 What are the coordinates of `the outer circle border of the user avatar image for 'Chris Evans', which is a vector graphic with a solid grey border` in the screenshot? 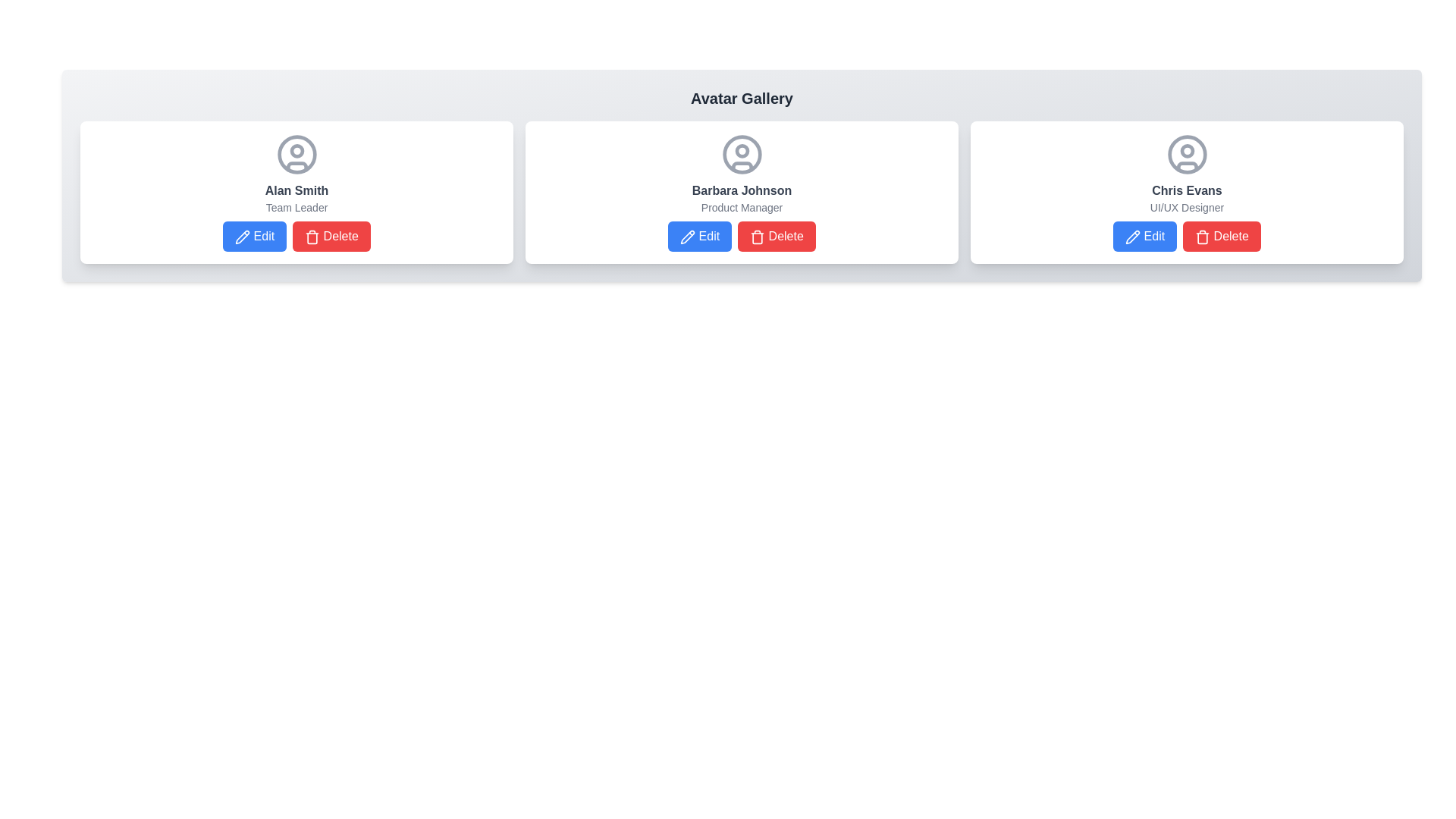 It's located at (1186, 155).